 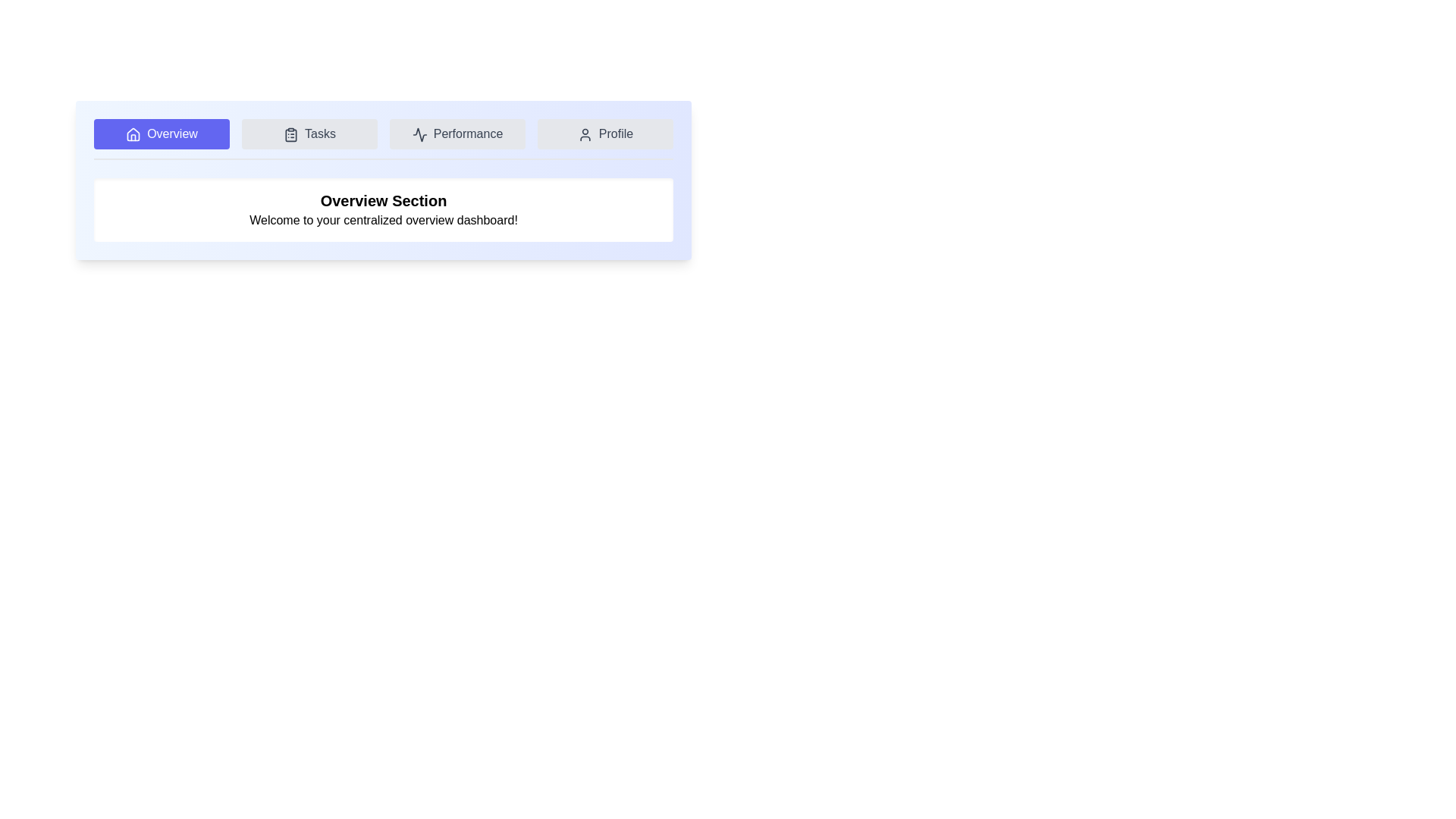 What do you see at coordinates (309, 133) in the screenshot?
I see `the 'Tasks' button, which is a rectangular button with rounded corners featuring a clipboard icon and dark gray text on a light gray background, located between the 'Overview' and 'Performance' buttons in the navigation tabs` at bounding box center [309, 133].